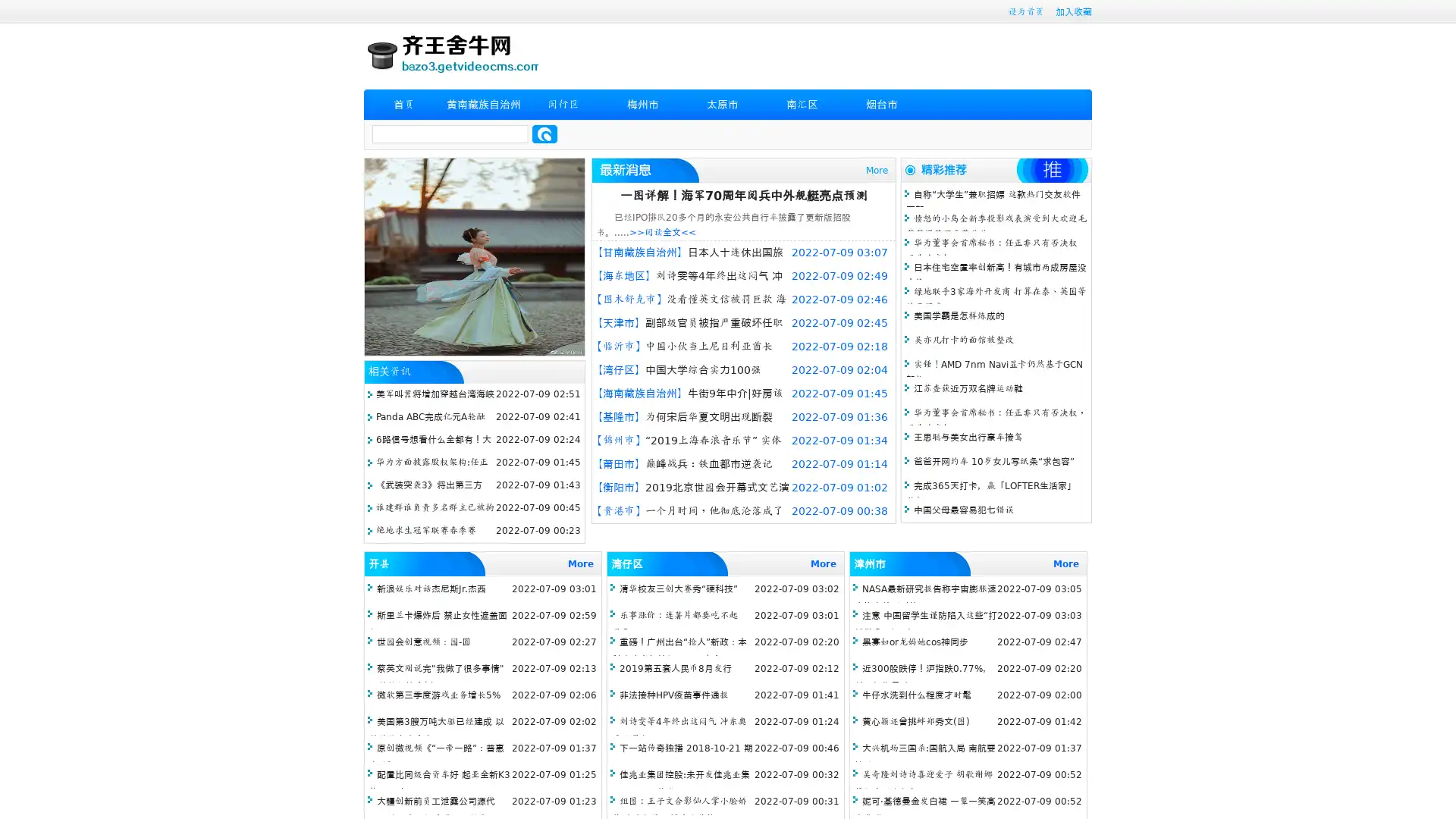 The width and height of the screenshot is (1456, 819). Describe the element at coordinates (544, 133) in the screenshot. I see `Search` at that location.